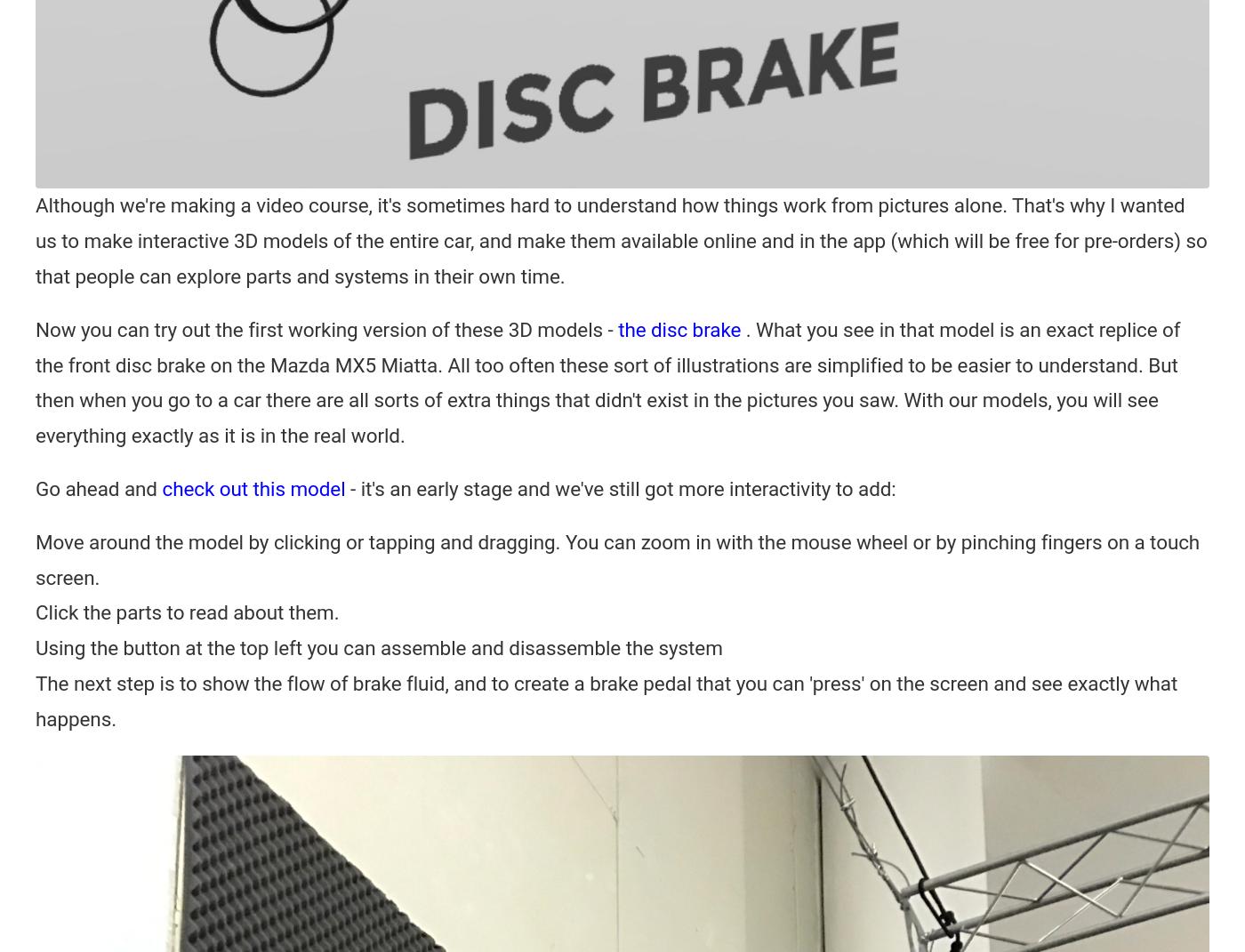 This screenshot has height=952, width=1245. Describe the element at coordinates (98, 487) in the screenshot. I see `'Go ahead and'` at that location.